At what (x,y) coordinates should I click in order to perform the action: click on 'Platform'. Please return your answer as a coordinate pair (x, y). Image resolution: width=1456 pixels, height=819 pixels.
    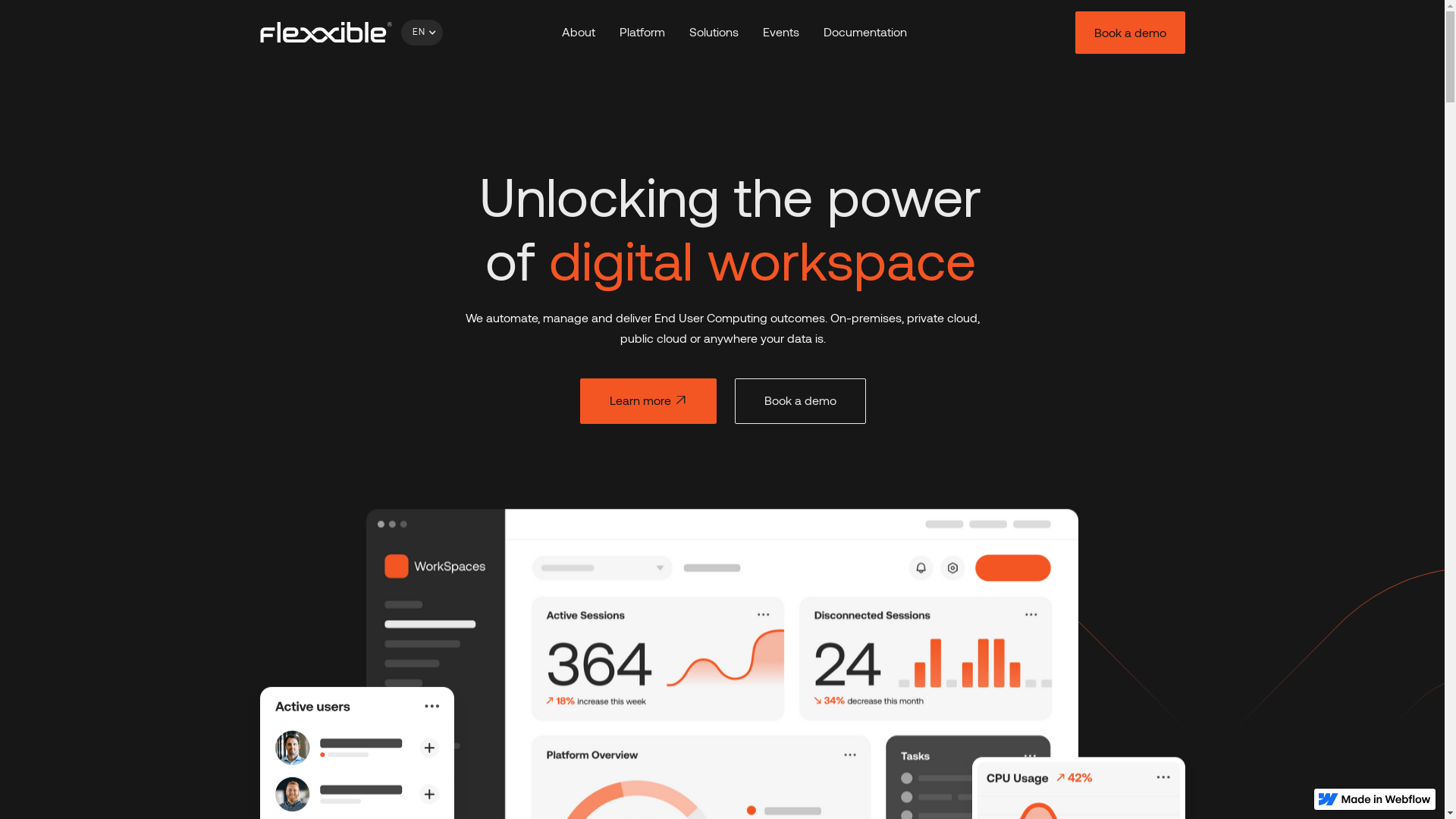
    Looking at the image, I should click on (642, 32).